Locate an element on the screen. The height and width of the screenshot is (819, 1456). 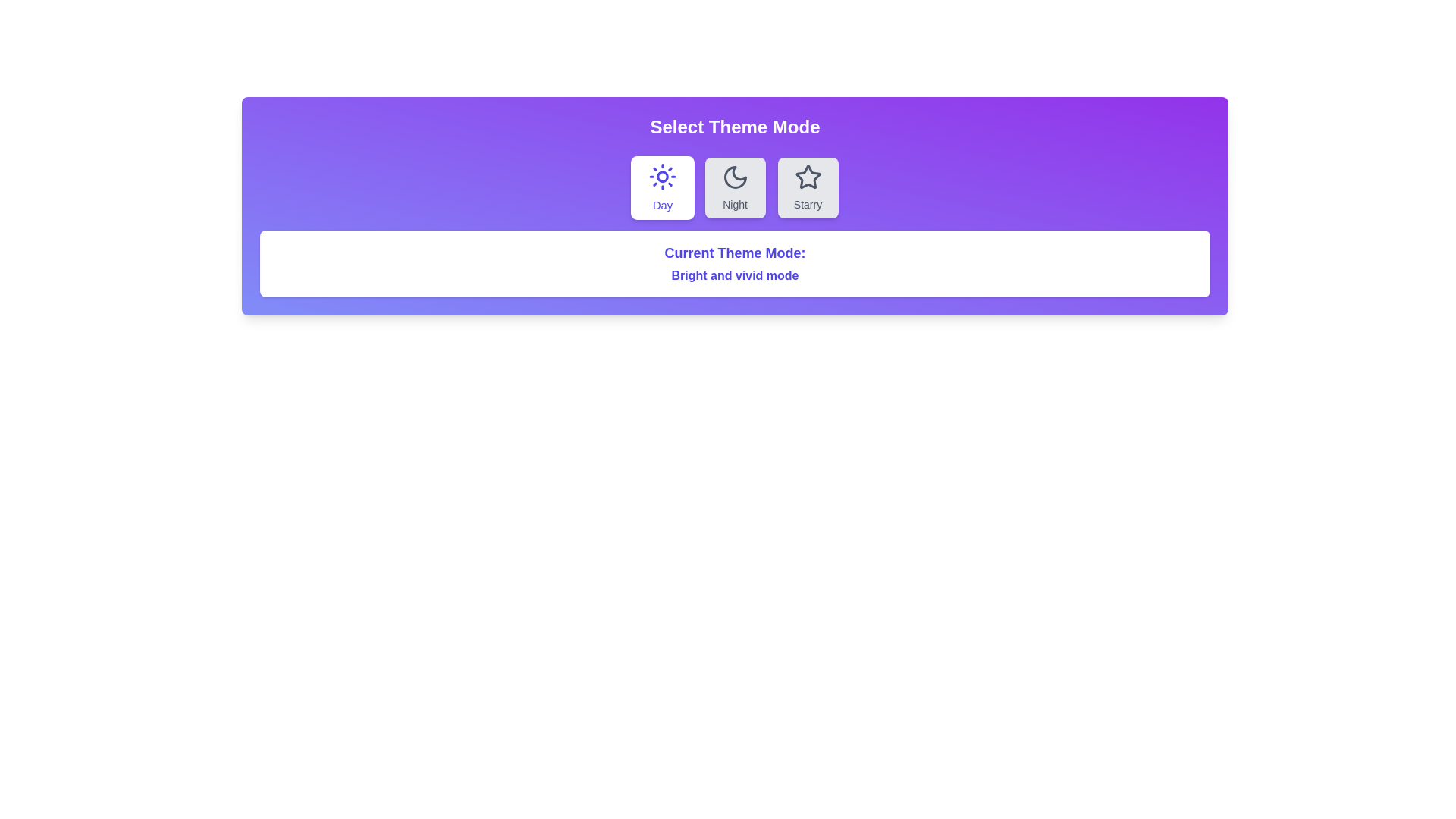
the Night button to observe visual feedback is located at coordinates (735, 187).